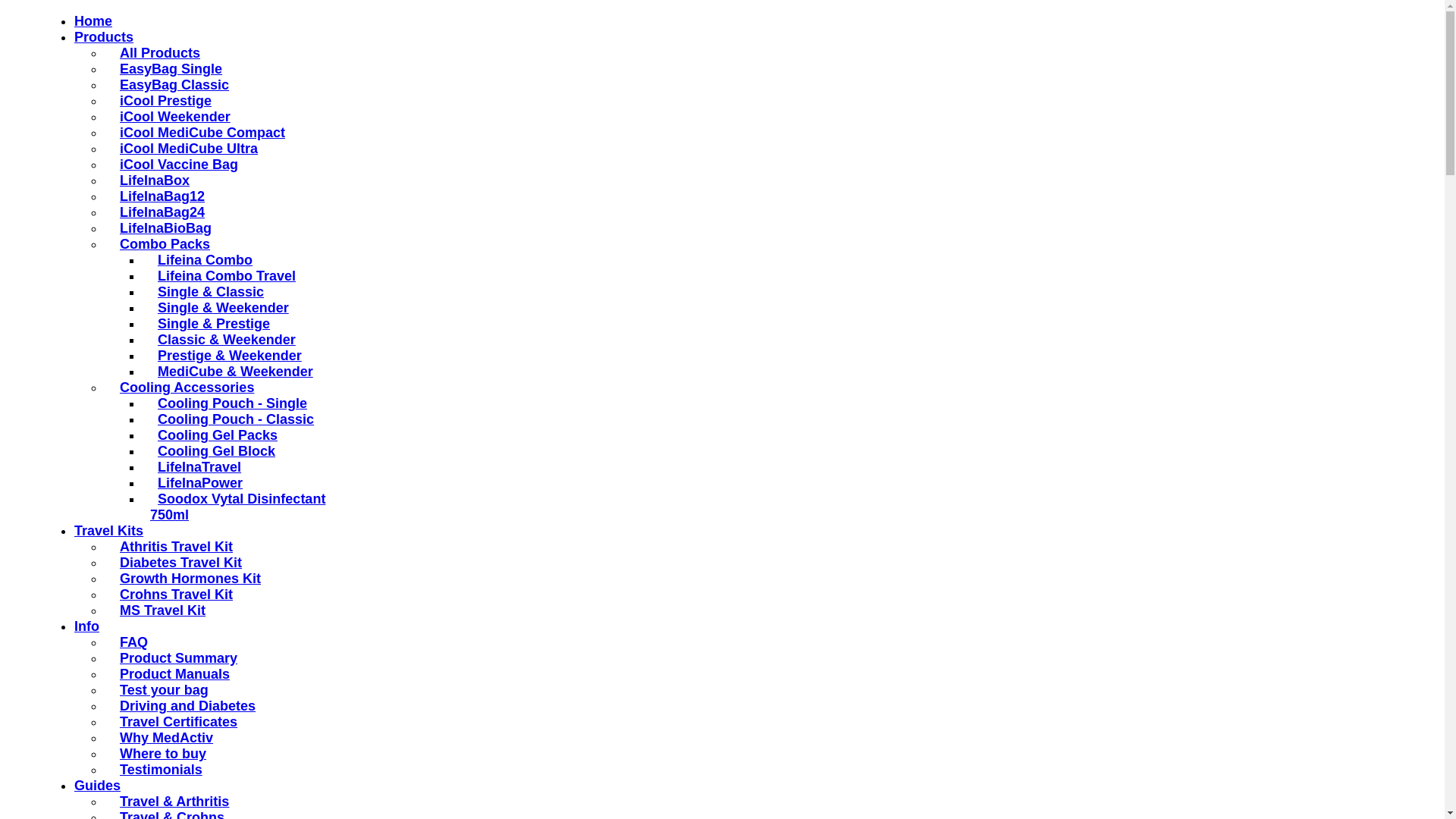  Describe the element at coordinates (224, 356) in the screenshot. I see `'Prestige & Weekender'` at that location.